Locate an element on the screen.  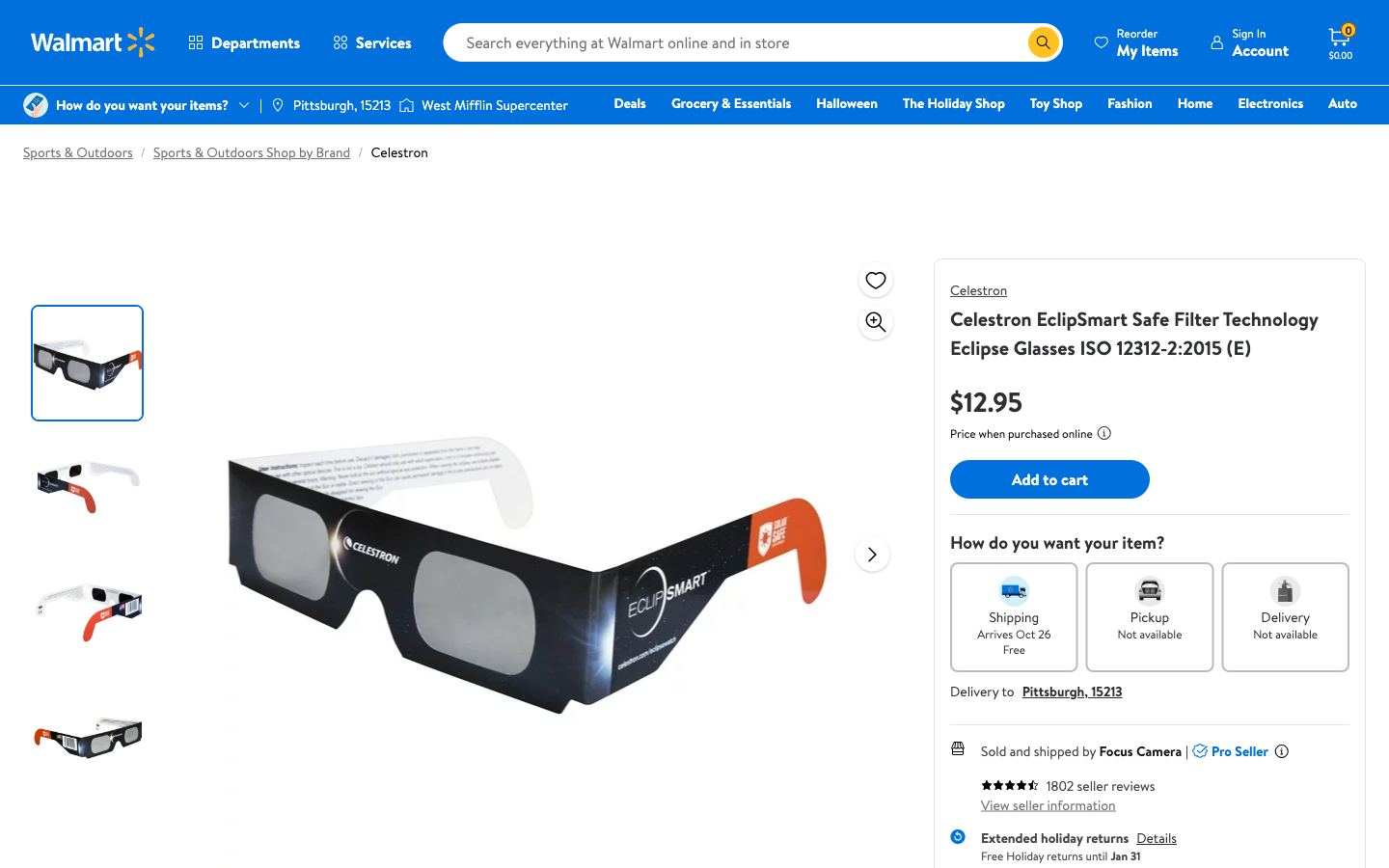
Inspect the return policy of the active item is located at coordinates (1156, 838).